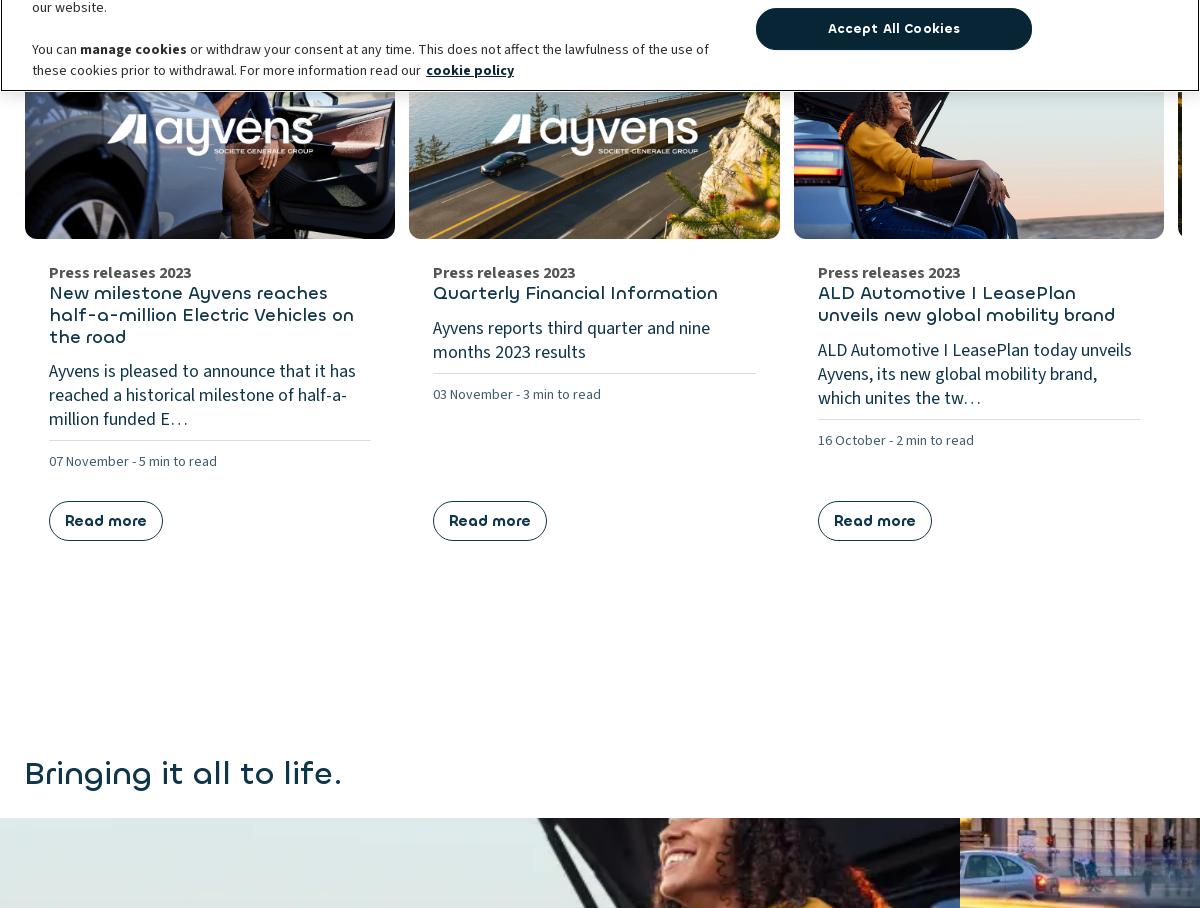 Image resolution: width=1200 pixels, height=908 pixels. I want to click on '16 October', so click(850, 440).